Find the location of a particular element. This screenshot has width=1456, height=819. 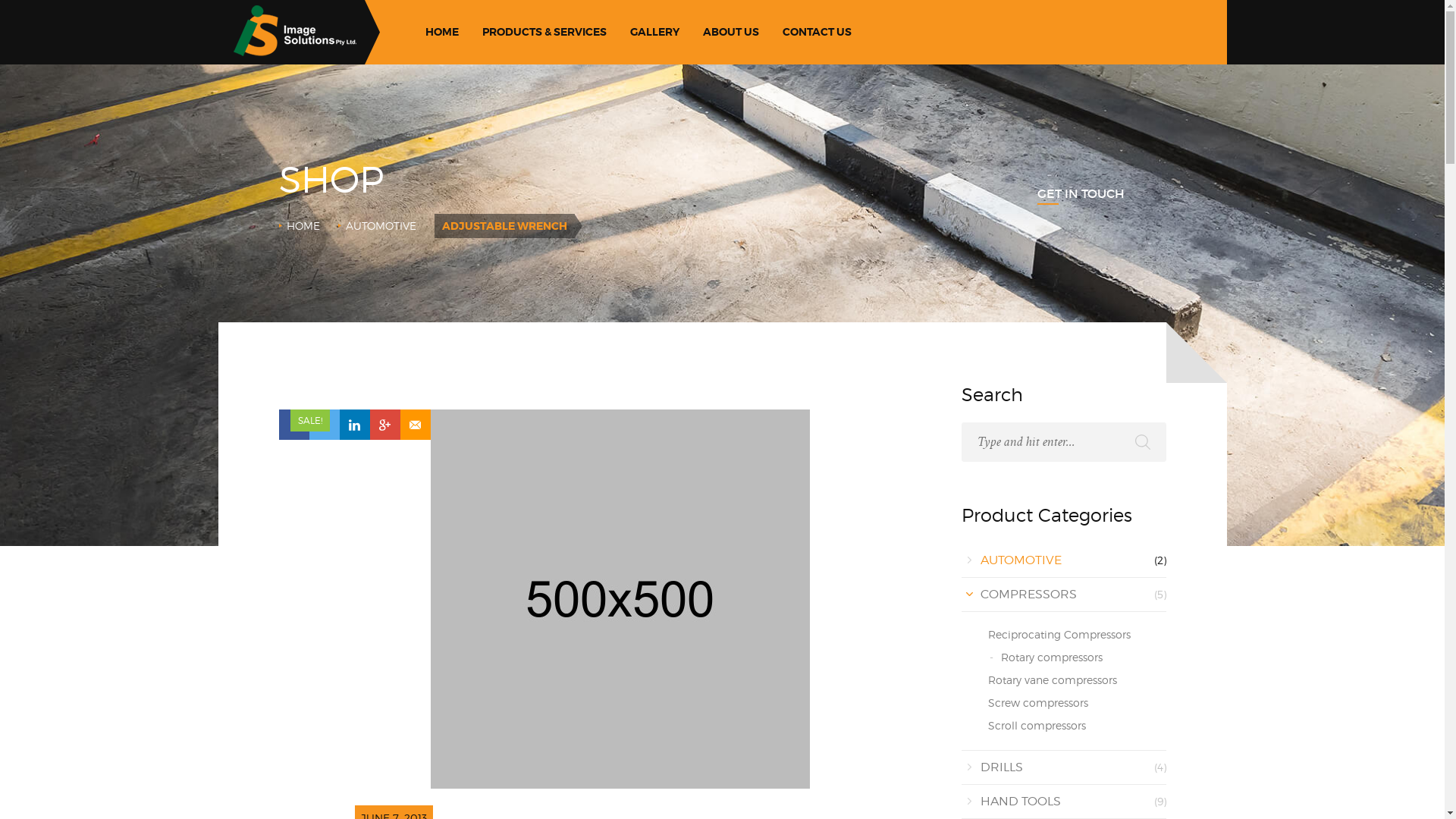

'HOME' is located at coordinates (441, 32).